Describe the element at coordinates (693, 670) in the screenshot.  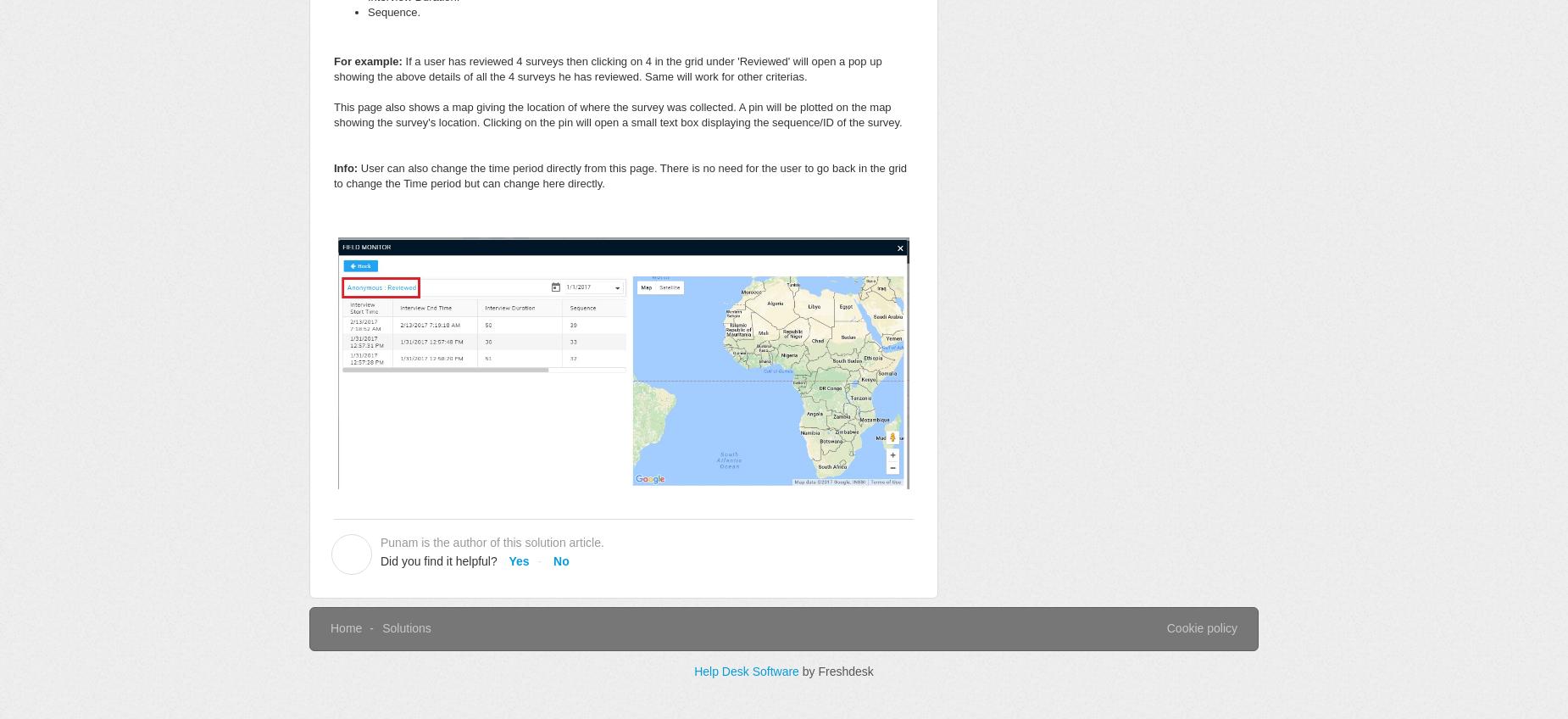
I see `'Help Desk Software'` at that location.